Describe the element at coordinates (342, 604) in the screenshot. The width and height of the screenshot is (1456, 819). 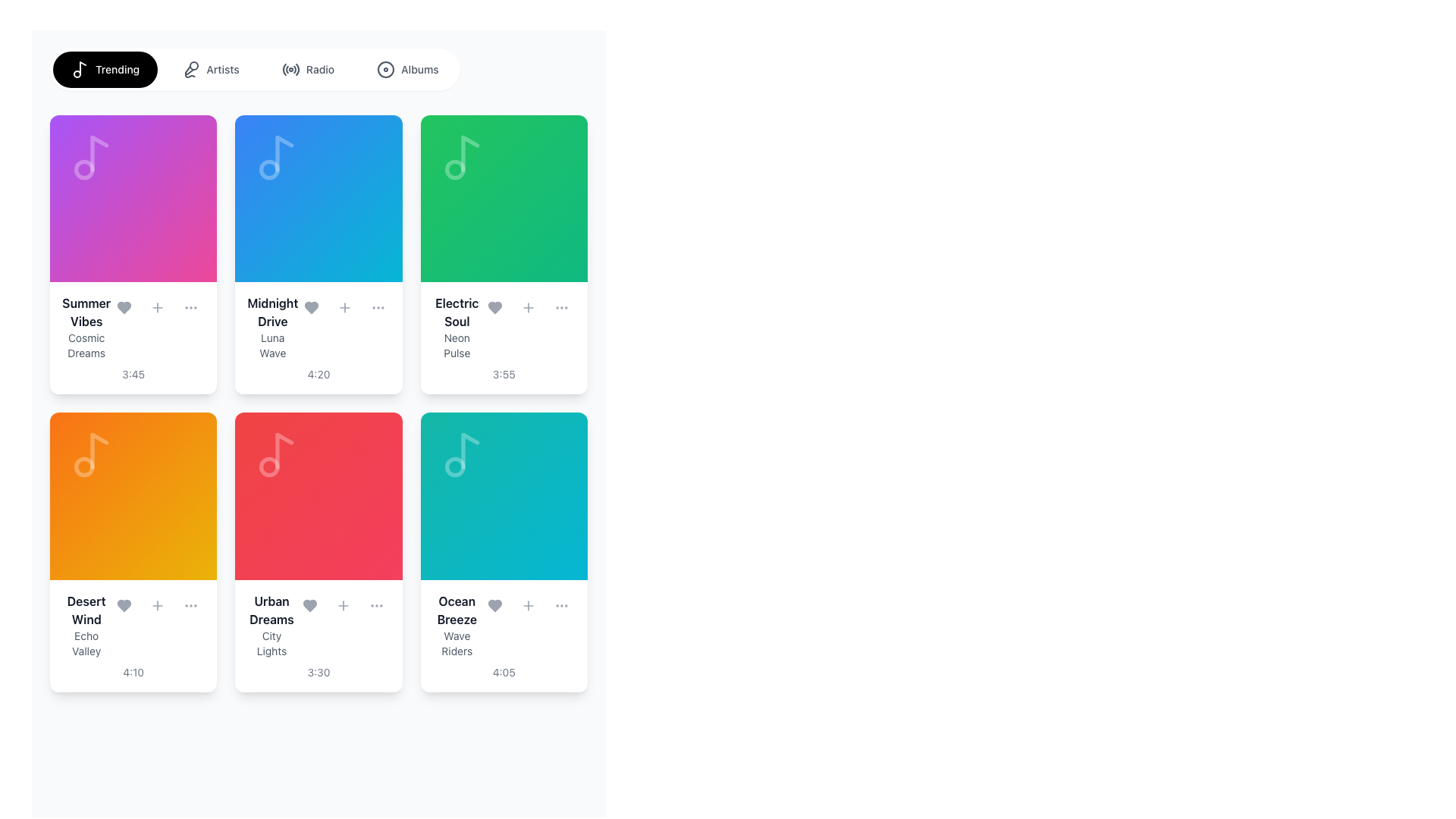
I see `the action button located under the 'Urban Dreams' card, which is the second icon` at that location.